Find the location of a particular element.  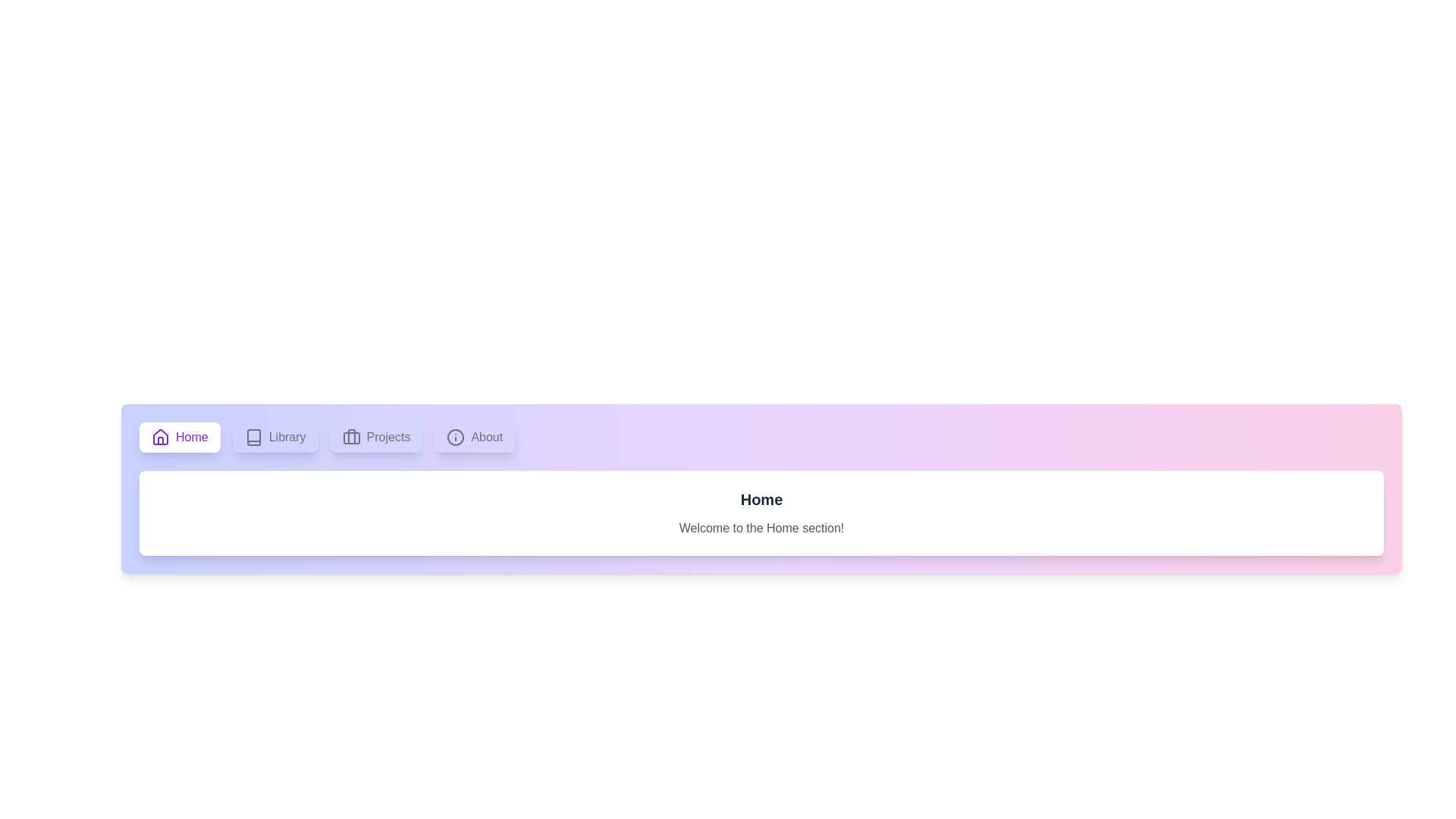

the tab labeled Projects is located at coordinates (375, 438).